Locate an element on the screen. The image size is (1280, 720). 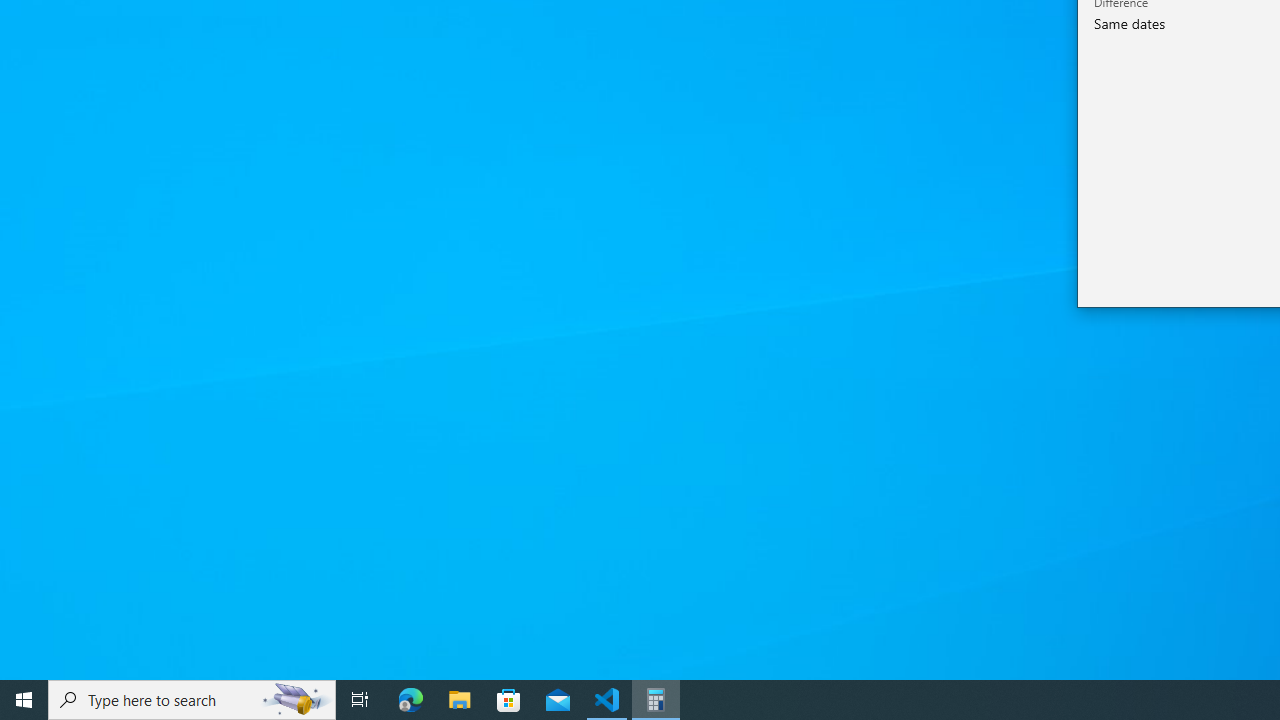
'Microsoft Store' is located at coordinates (509, 698).